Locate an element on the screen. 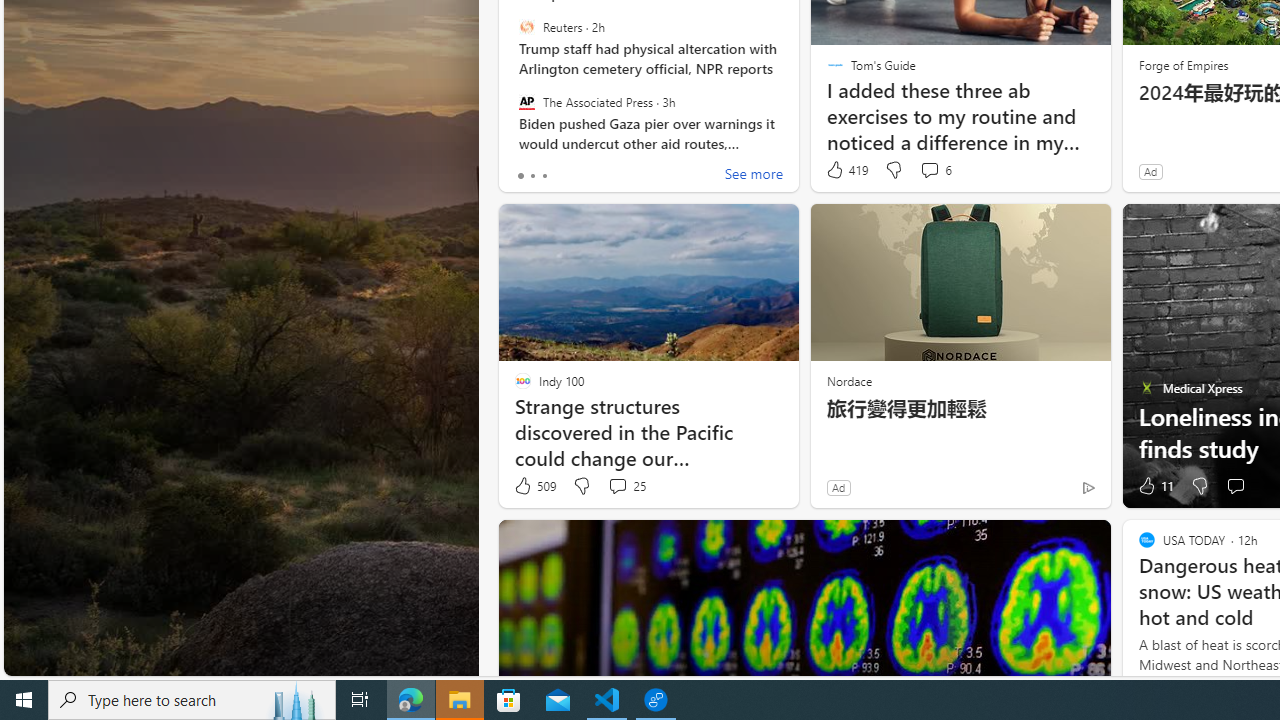  'View comments 6 Comment' is located at coordinates (928, 168).